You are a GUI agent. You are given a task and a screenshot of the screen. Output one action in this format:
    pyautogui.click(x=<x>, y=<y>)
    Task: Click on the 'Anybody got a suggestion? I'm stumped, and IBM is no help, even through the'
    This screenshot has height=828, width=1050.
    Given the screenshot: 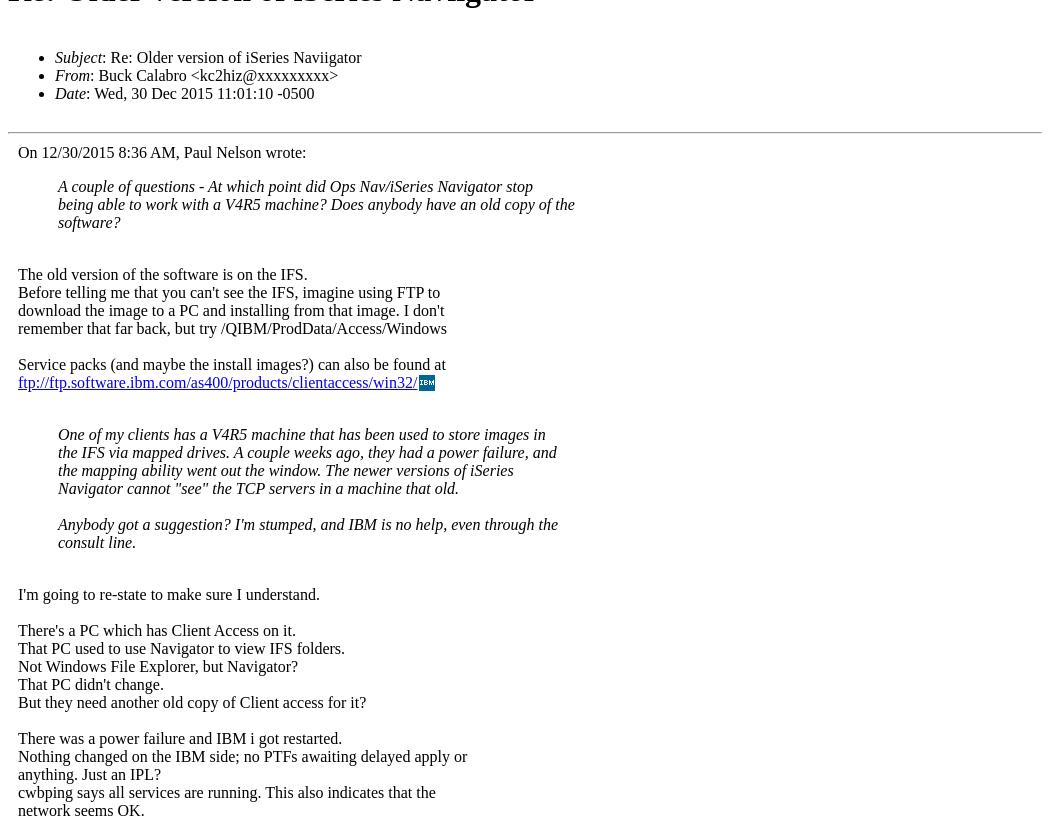 What is the action you would take?
    pyautogui.click(x=307, y=523)
    